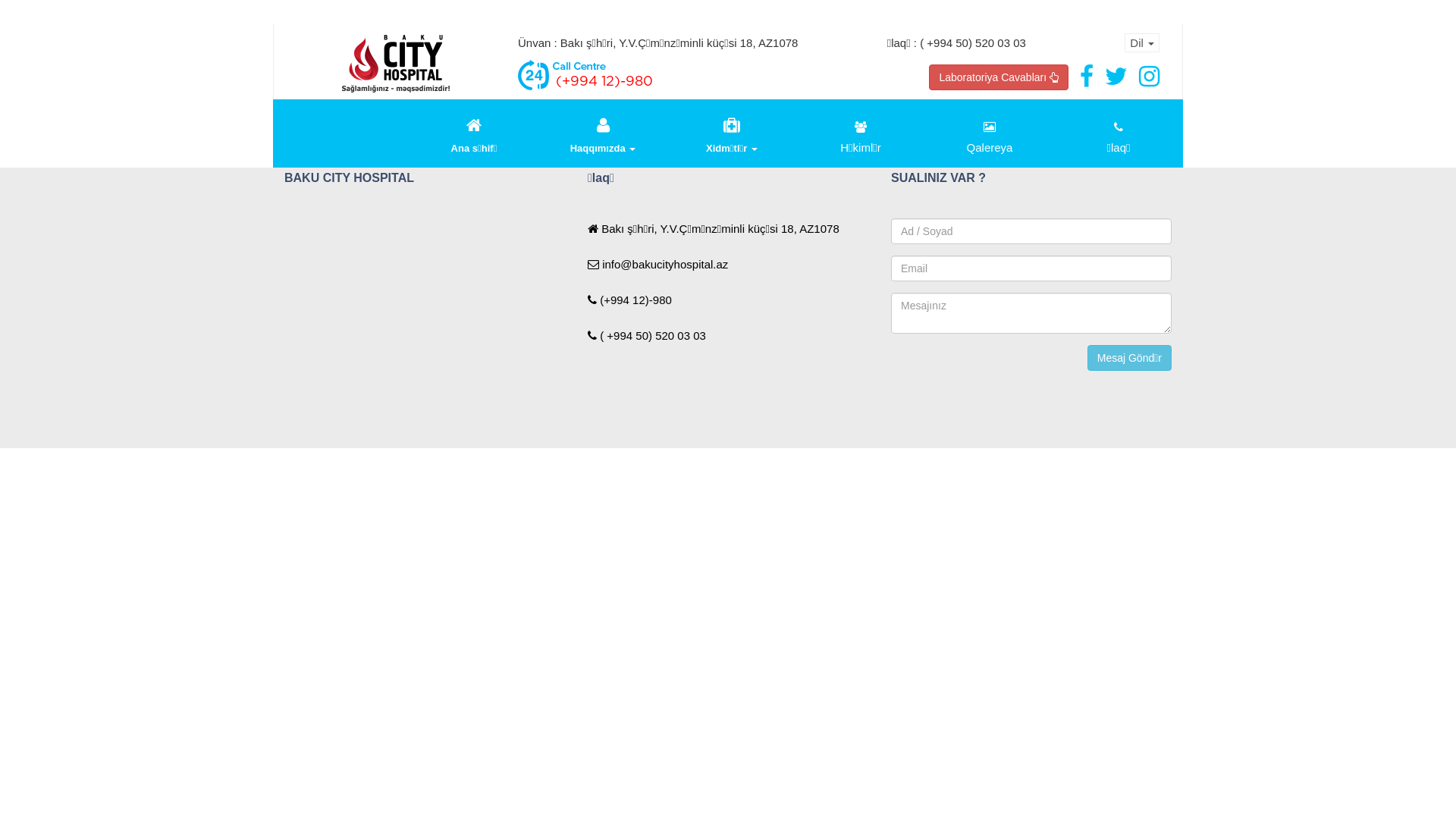 The height and width of the screenshot is (819, 1456). What do you see at coordinates (586, 334) in the screenshot?
I see `'( +994 50) 520 03 03'` at bounding box center [586, 334].